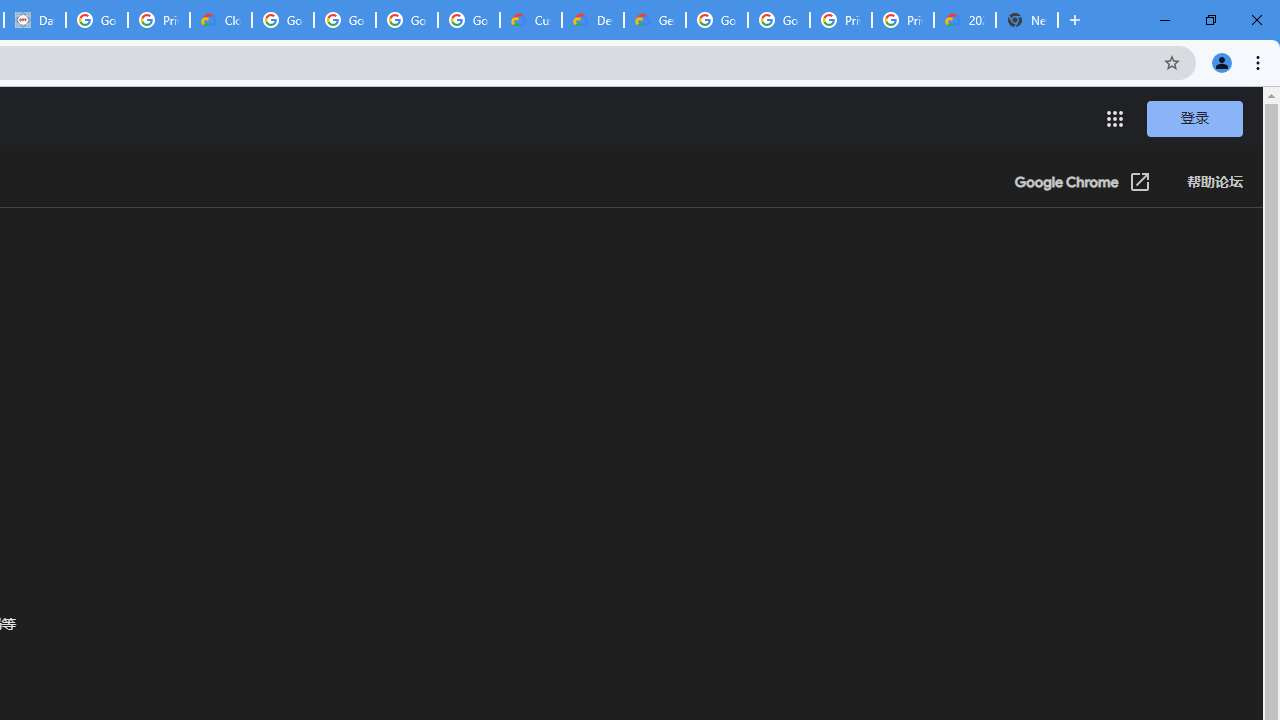 This screenshot has width=1280, height=720. I want to click on 'New Tab', so click(1027, 20).